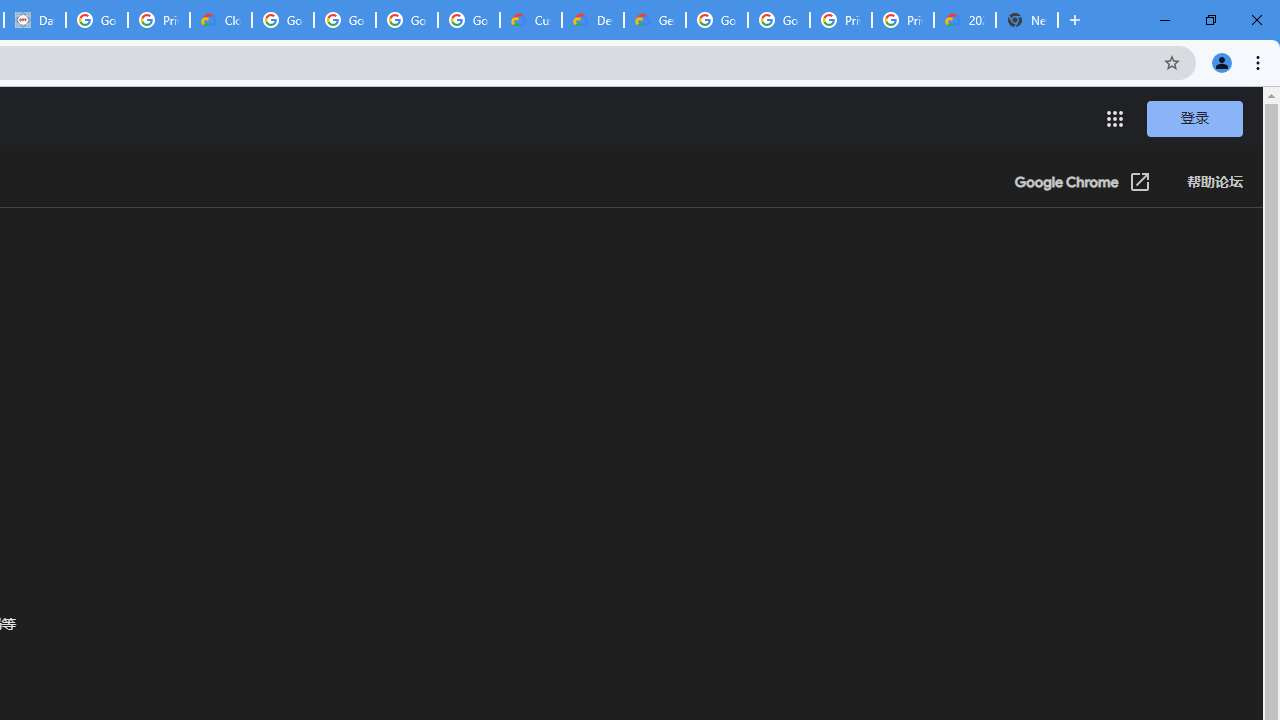 This screenshot has width=1280, height=720. I want to click on 'New Tab', so click(1027, 20).